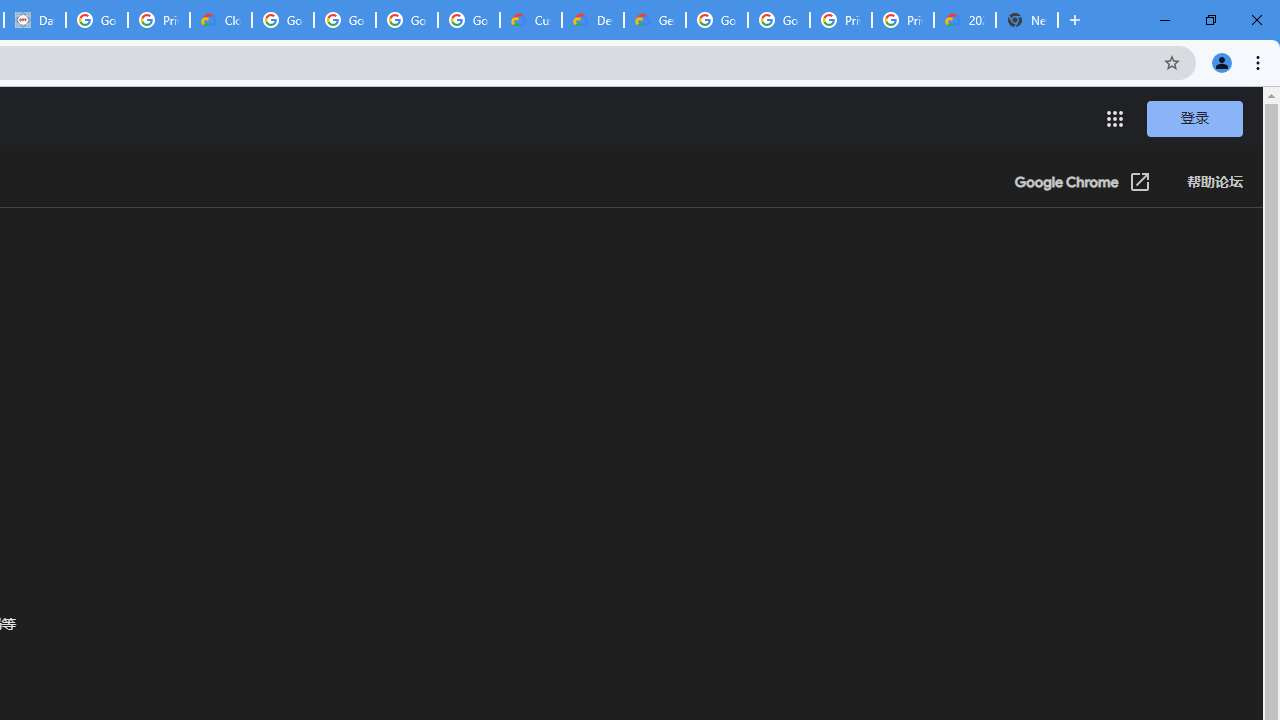 This screenshot has width=1280, height=720. I want to click on 'New Tab', so click(1027, 20).